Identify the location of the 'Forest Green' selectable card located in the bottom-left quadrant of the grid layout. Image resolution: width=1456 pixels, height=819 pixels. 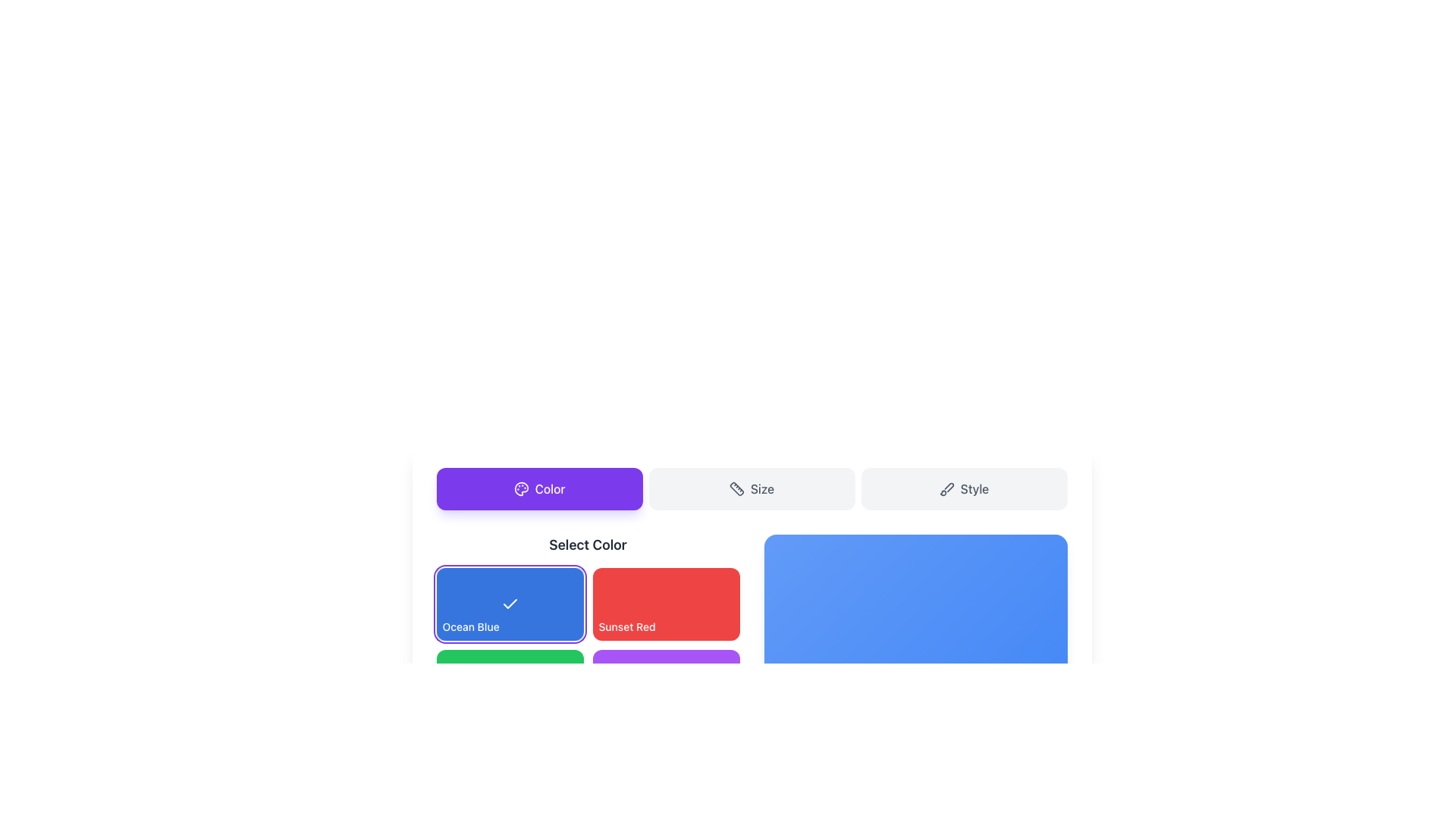
(510, 686).